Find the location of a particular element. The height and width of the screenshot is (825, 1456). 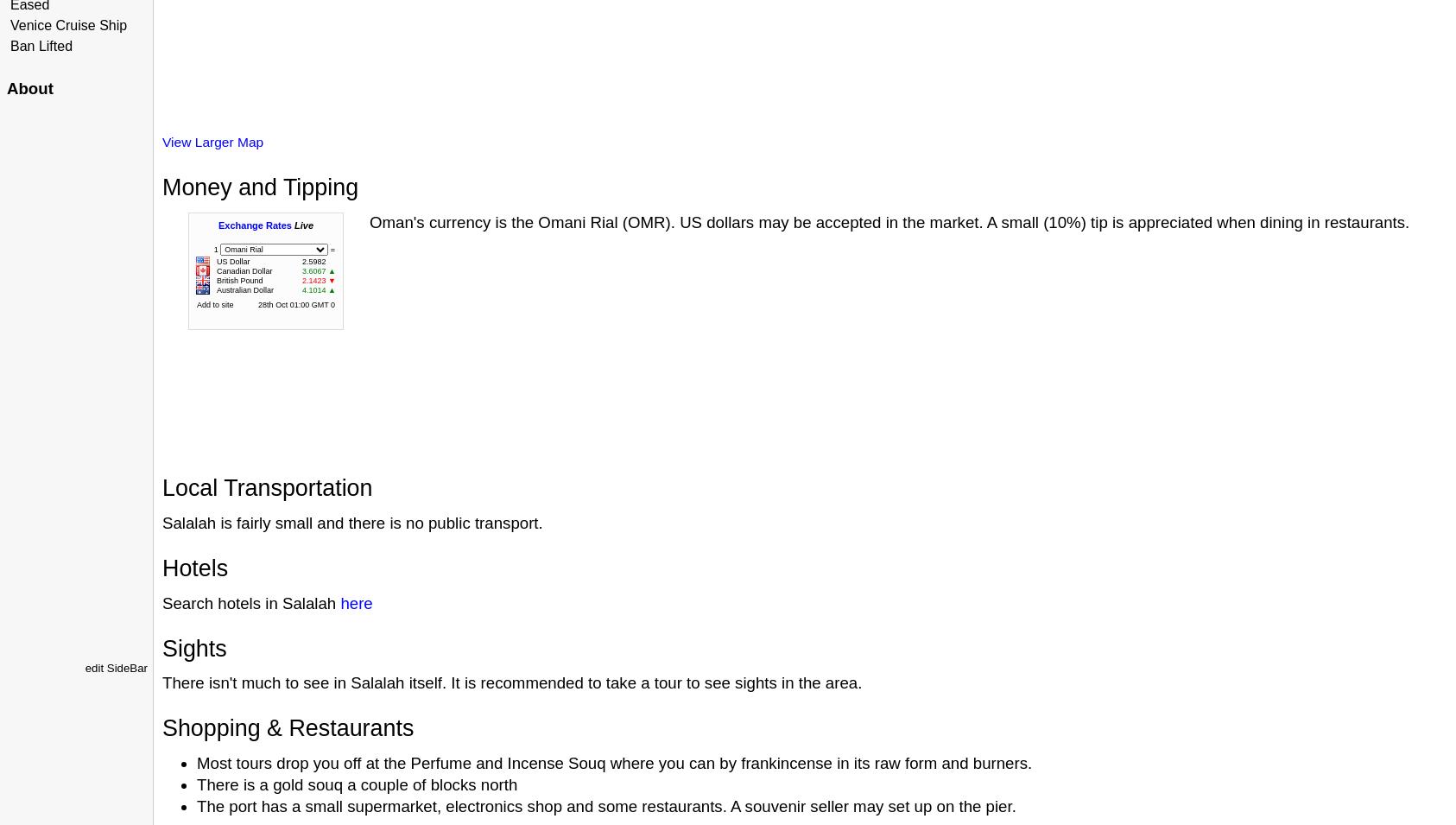

'Oman's currency is the Omani Rial (OMR).  US dollars may be accepted in the market.  A small (10%) tip is appreciated when dining in restaurants.' is located at coordinates (889, 221).